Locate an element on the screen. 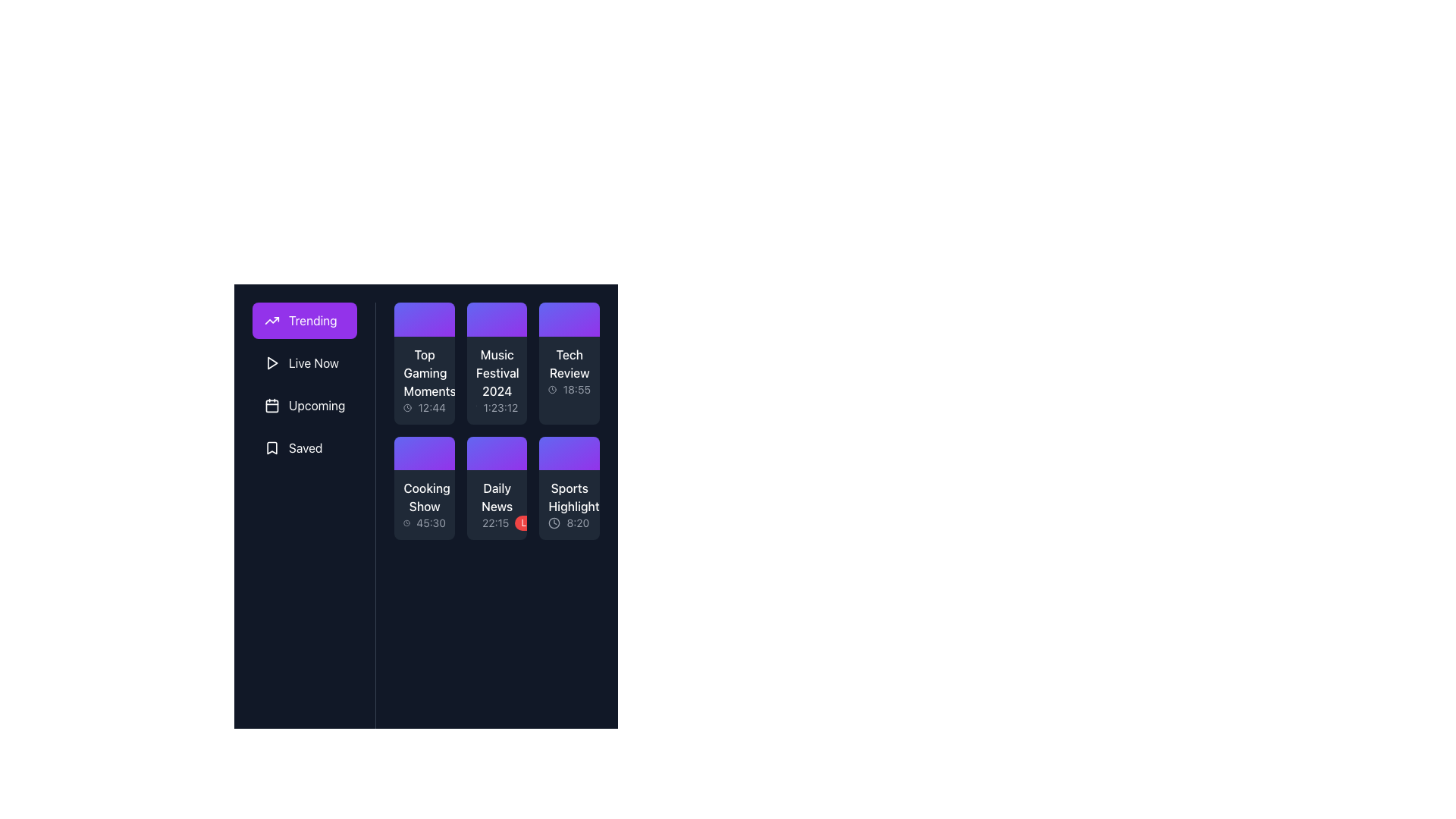 Image resolution: width=1456 pixels, height=819 pixels. information displayed on the duration label located at the bottom-center of the 'Cooking Show' card in the second row and first column of the trending collection is located at coordinates (430, 522).